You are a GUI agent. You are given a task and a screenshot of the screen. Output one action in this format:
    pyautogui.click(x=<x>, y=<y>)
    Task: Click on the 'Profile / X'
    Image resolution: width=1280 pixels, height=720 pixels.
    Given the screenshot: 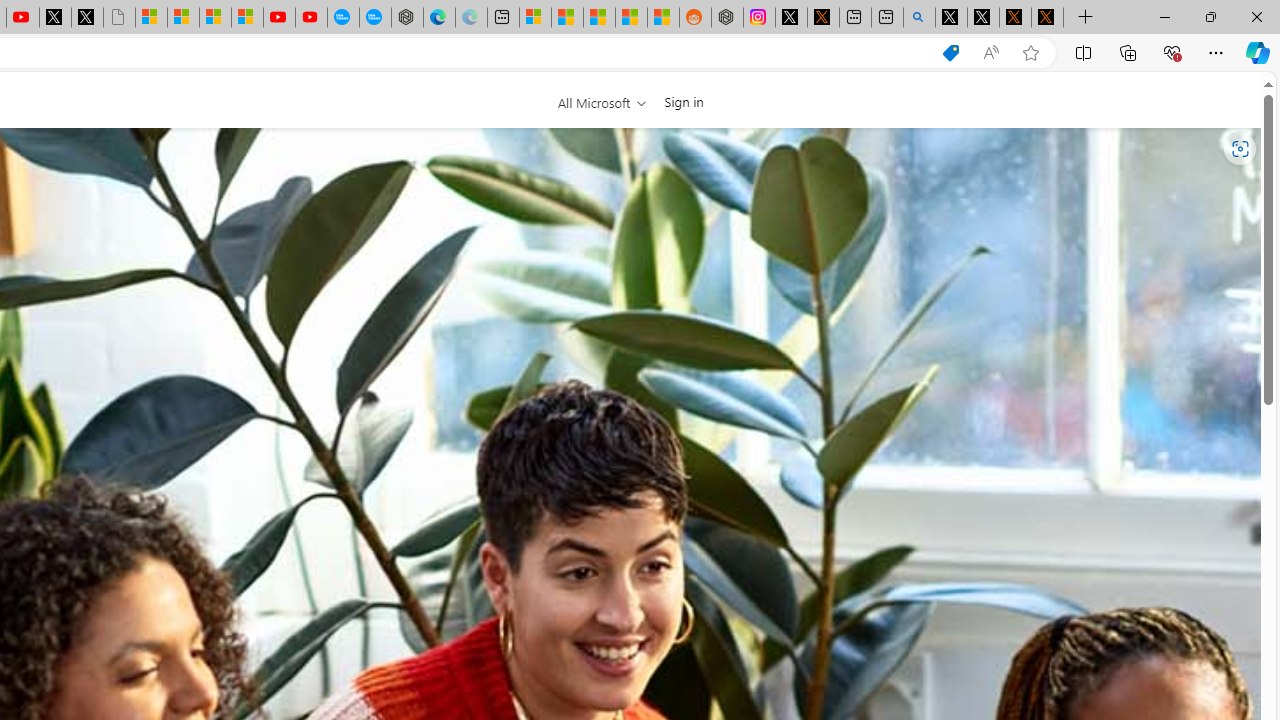 What is the action you would take?
    pyautogui.click(x=950, y=17)
    